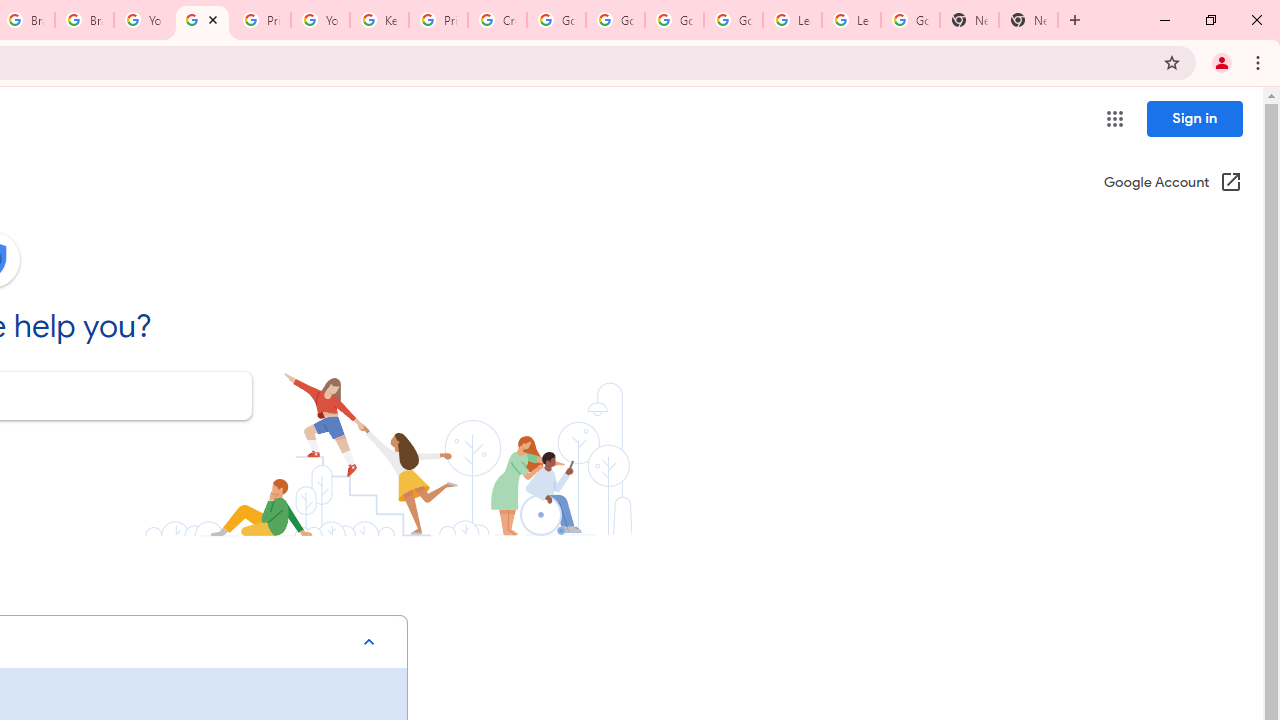  What do you see at coordinates (497, 20) in the screenshot?
I see `'Create your Google Account'` at bounding box center [497, 20].